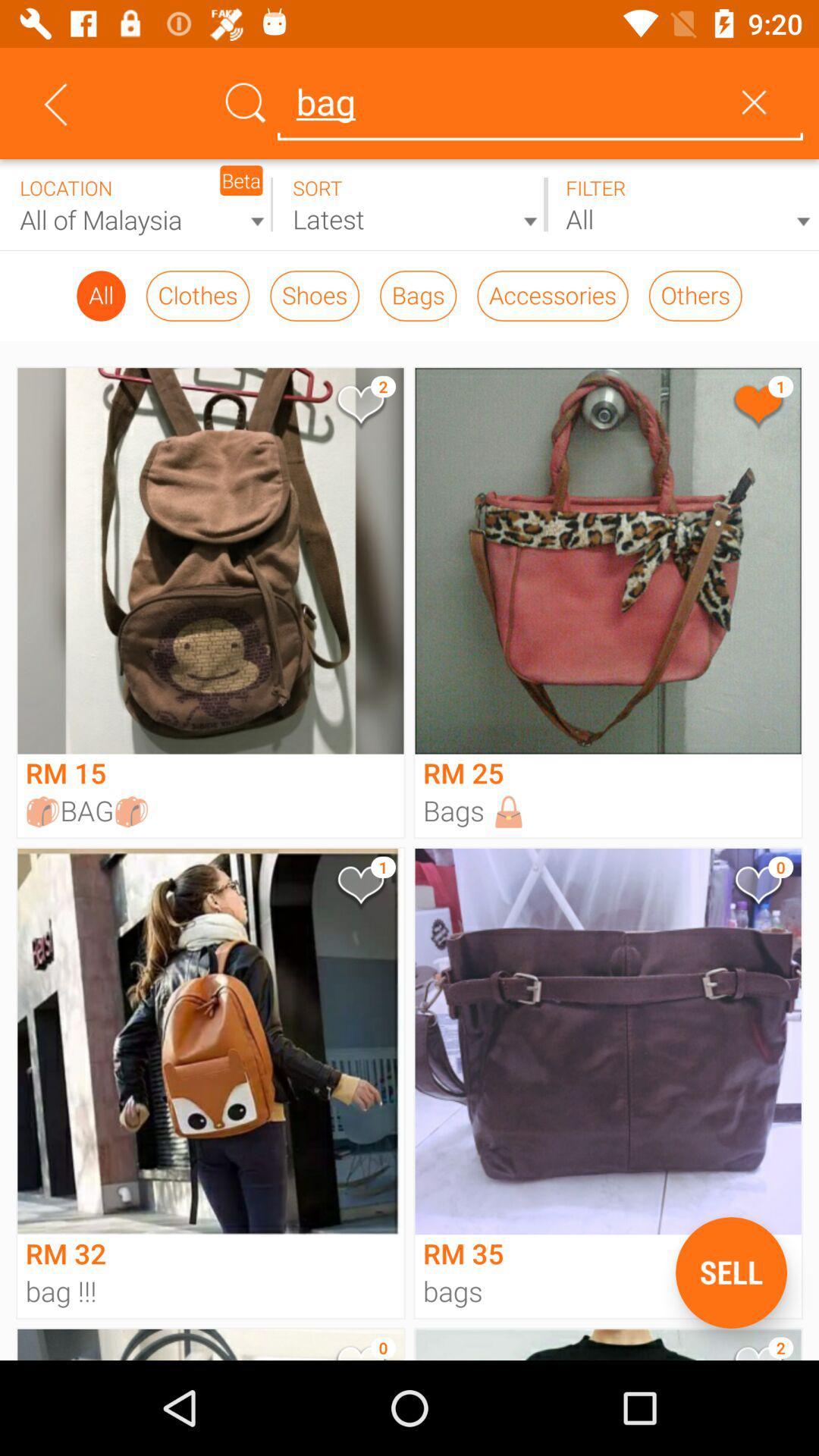 The height and width of the screenshot is (1456, 819). Describe the element at coordinates (681, 204) in the screenshot. I see `filter button` at that location.